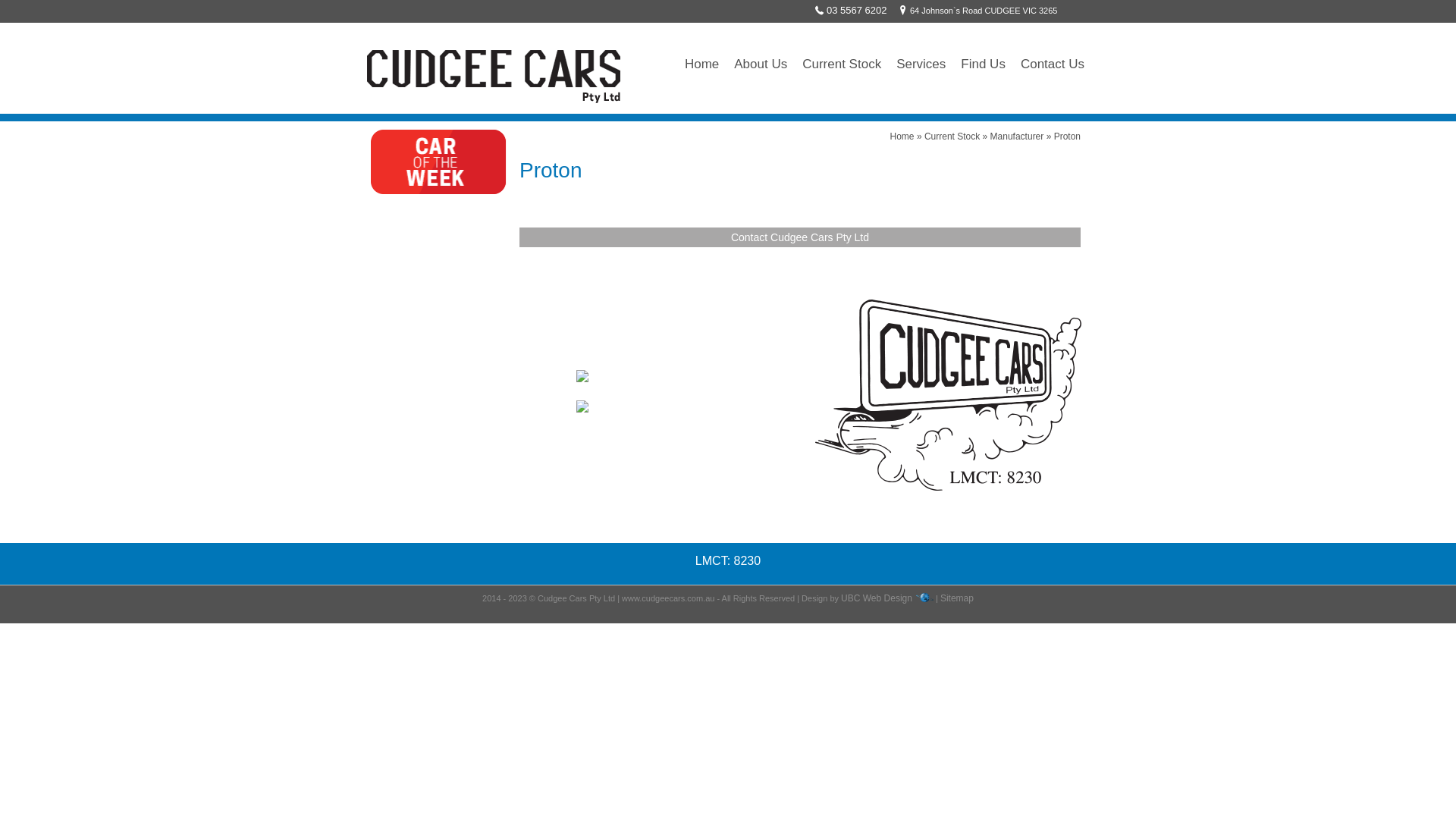  I want to click on 'Services', so click(888, 63).